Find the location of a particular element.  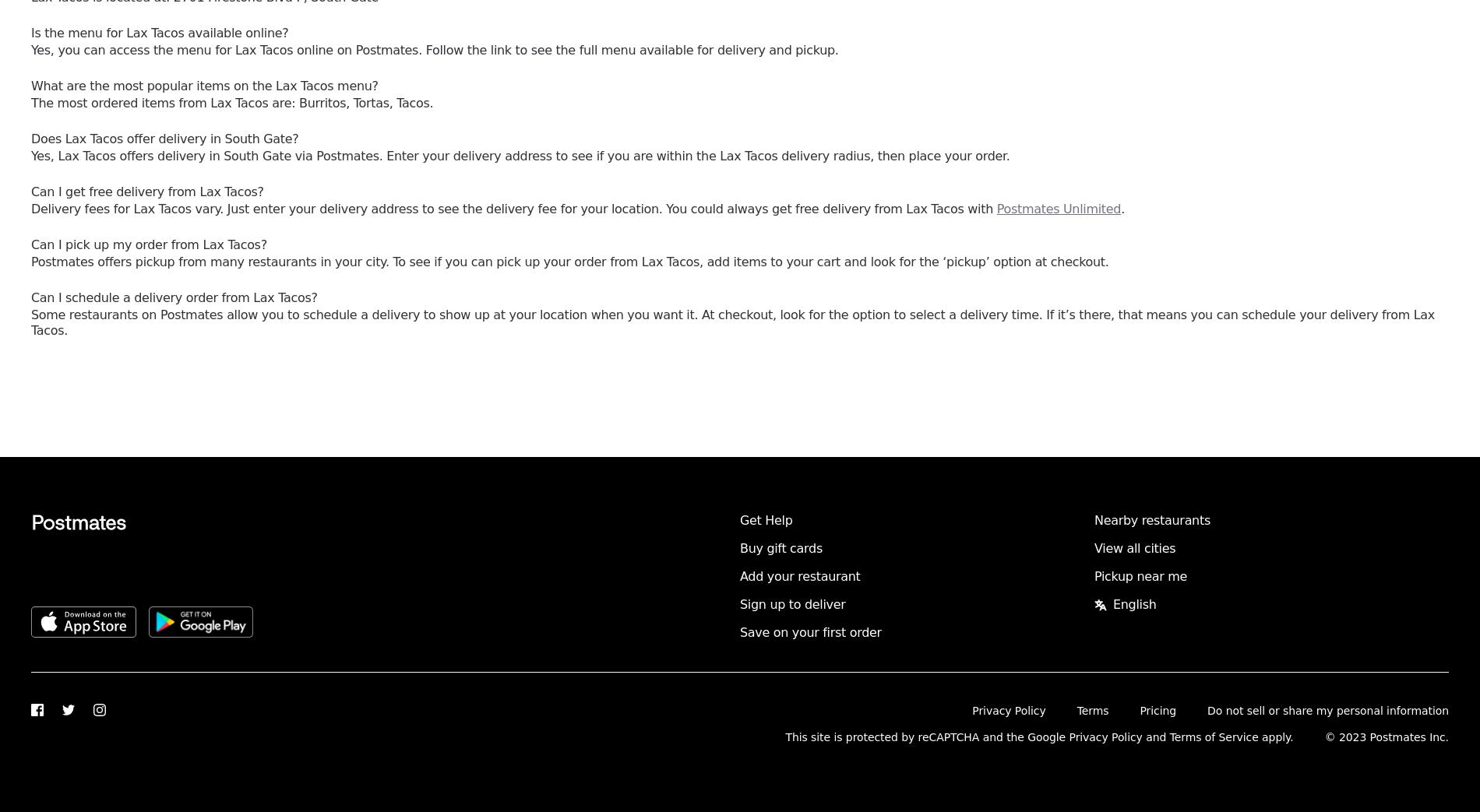

'Sign up to deliver' is located at coordinates (740, 603).